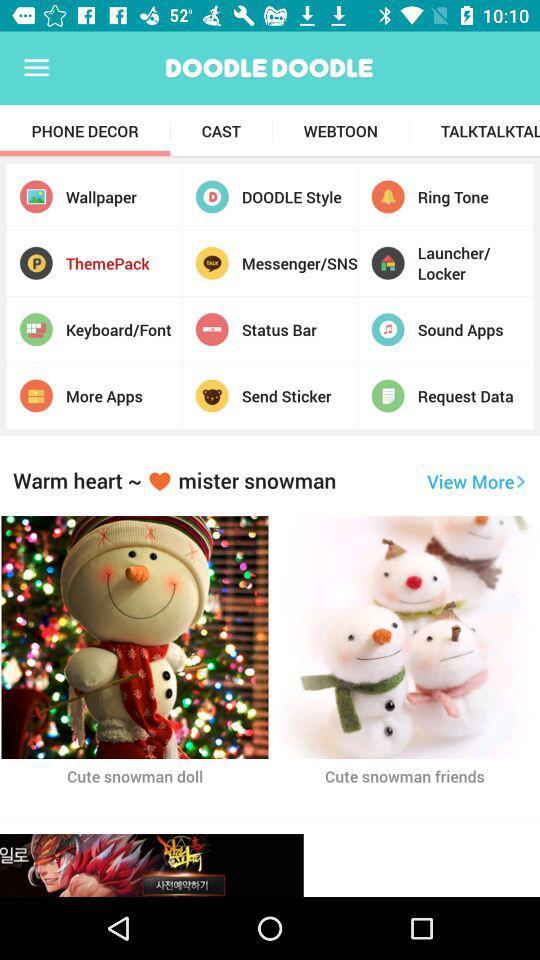  Describe the element at coordinates (220, 130) in the screenshot. I see `the cast app` at that location.